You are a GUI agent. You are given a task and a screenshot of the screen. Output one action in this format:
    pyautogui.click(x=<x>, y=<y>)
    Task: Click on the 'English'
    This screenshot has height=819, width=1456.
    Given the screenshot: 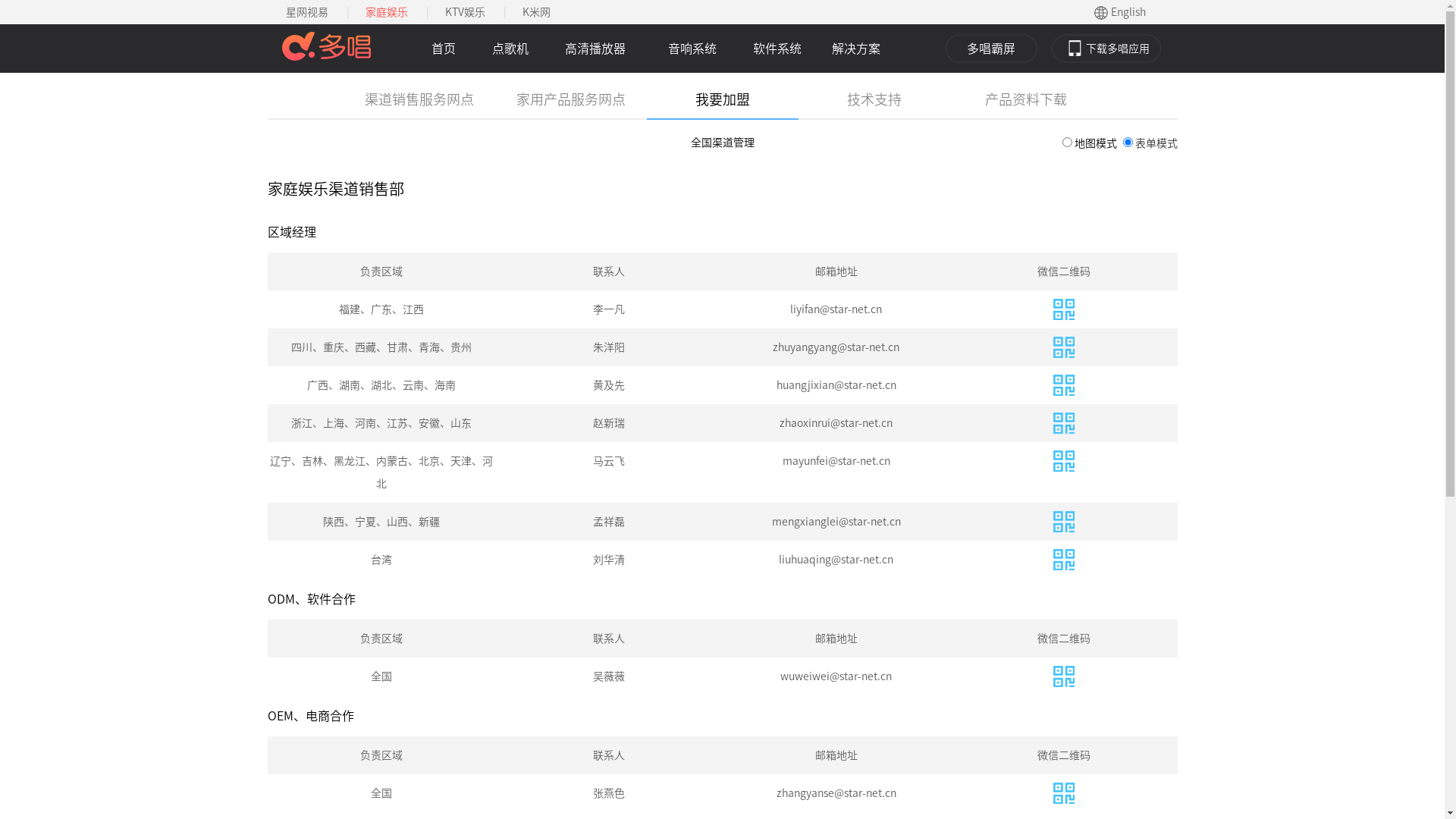 What is the action you would take?
    pyautogui.click(x=1128, y=11)
    